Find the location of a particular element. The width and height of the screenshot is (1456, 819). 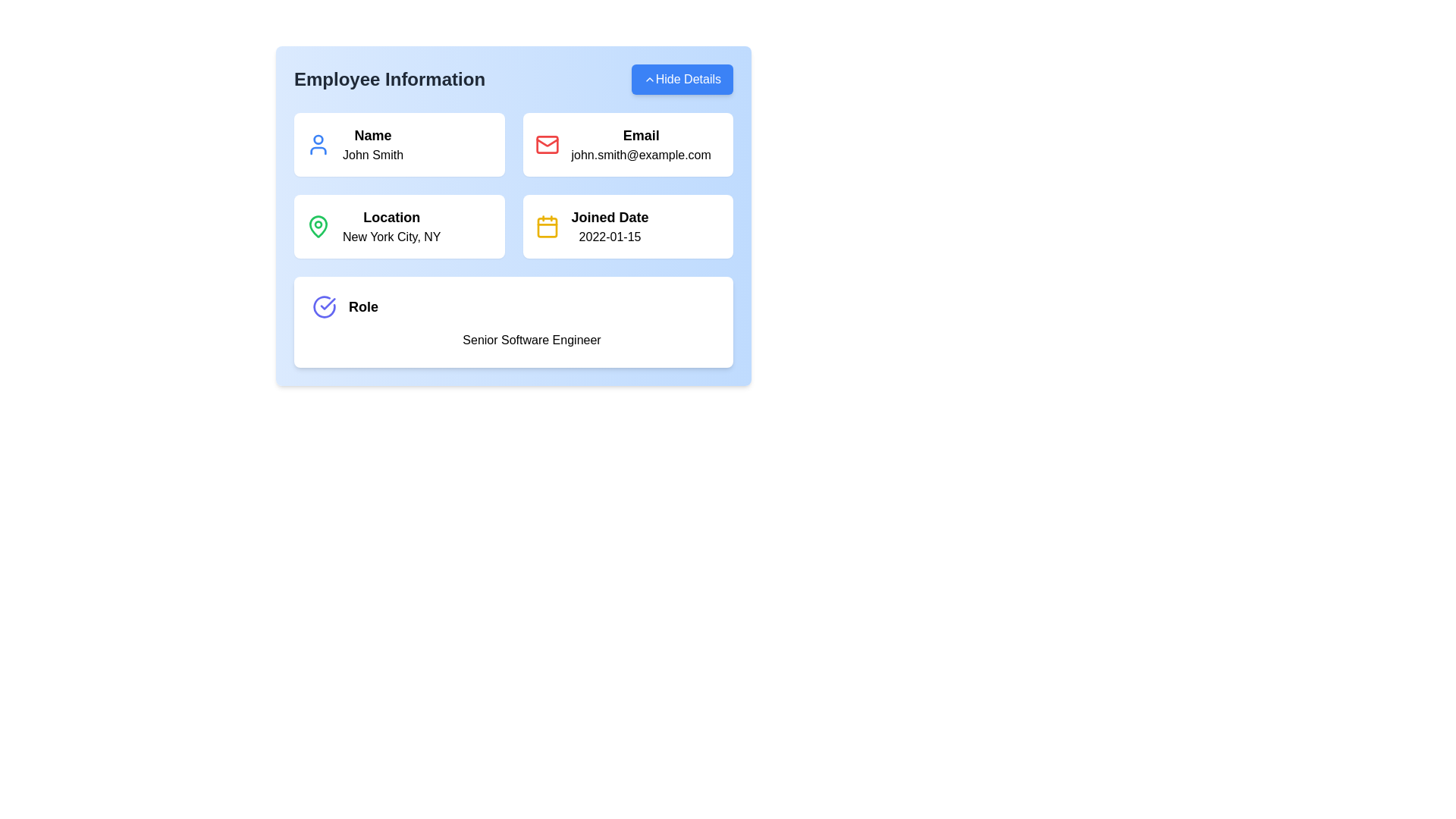

label text that displays 'Name' in bold, larger font, located on the blue card labeled 'Employee Information' above the value 'John Smith' is located at coordinates (373, 134).